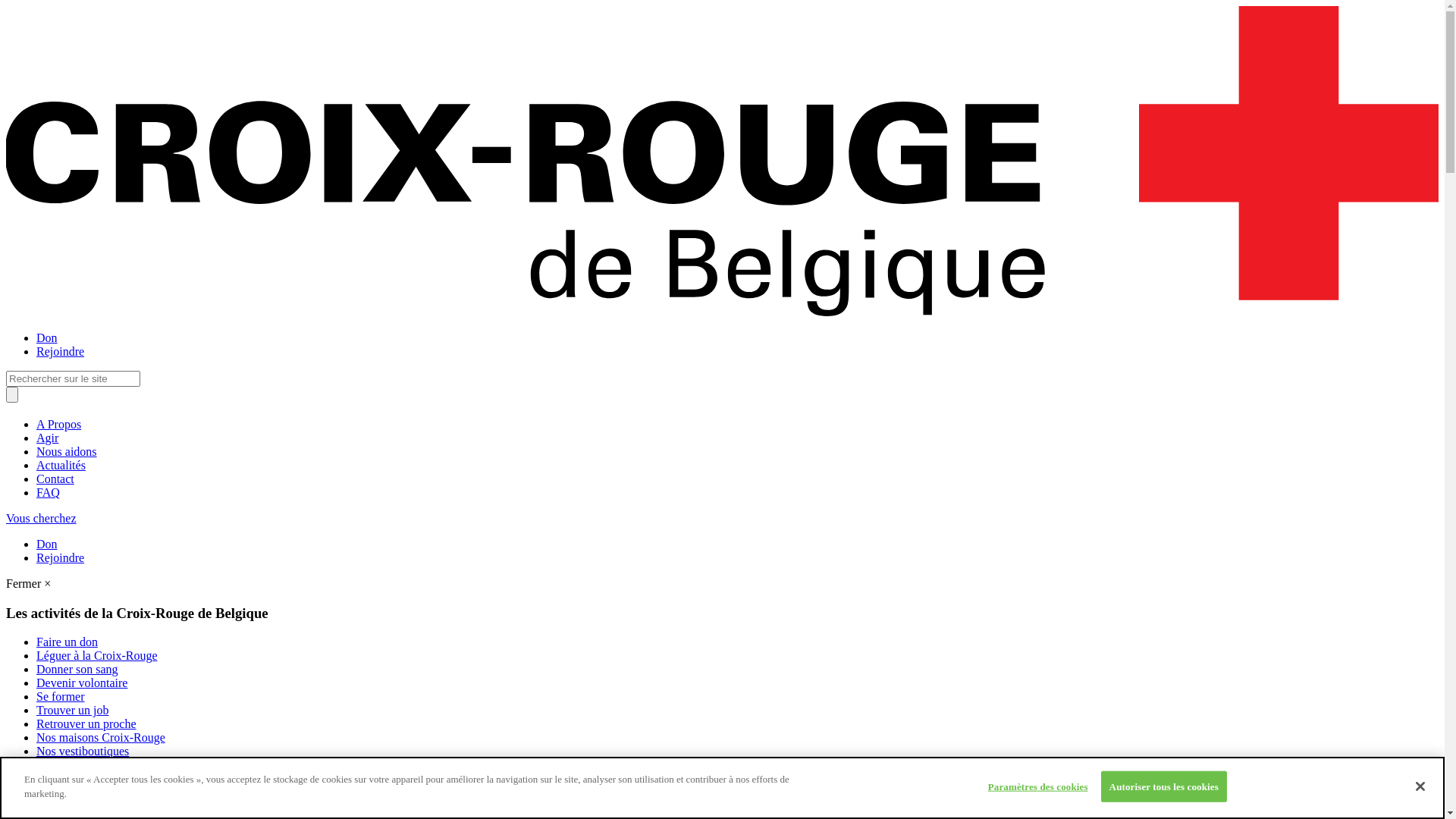 The width and height of the screenshot is (1456, 819). I want to click on 'Vous cherchez', so click(41, 517).